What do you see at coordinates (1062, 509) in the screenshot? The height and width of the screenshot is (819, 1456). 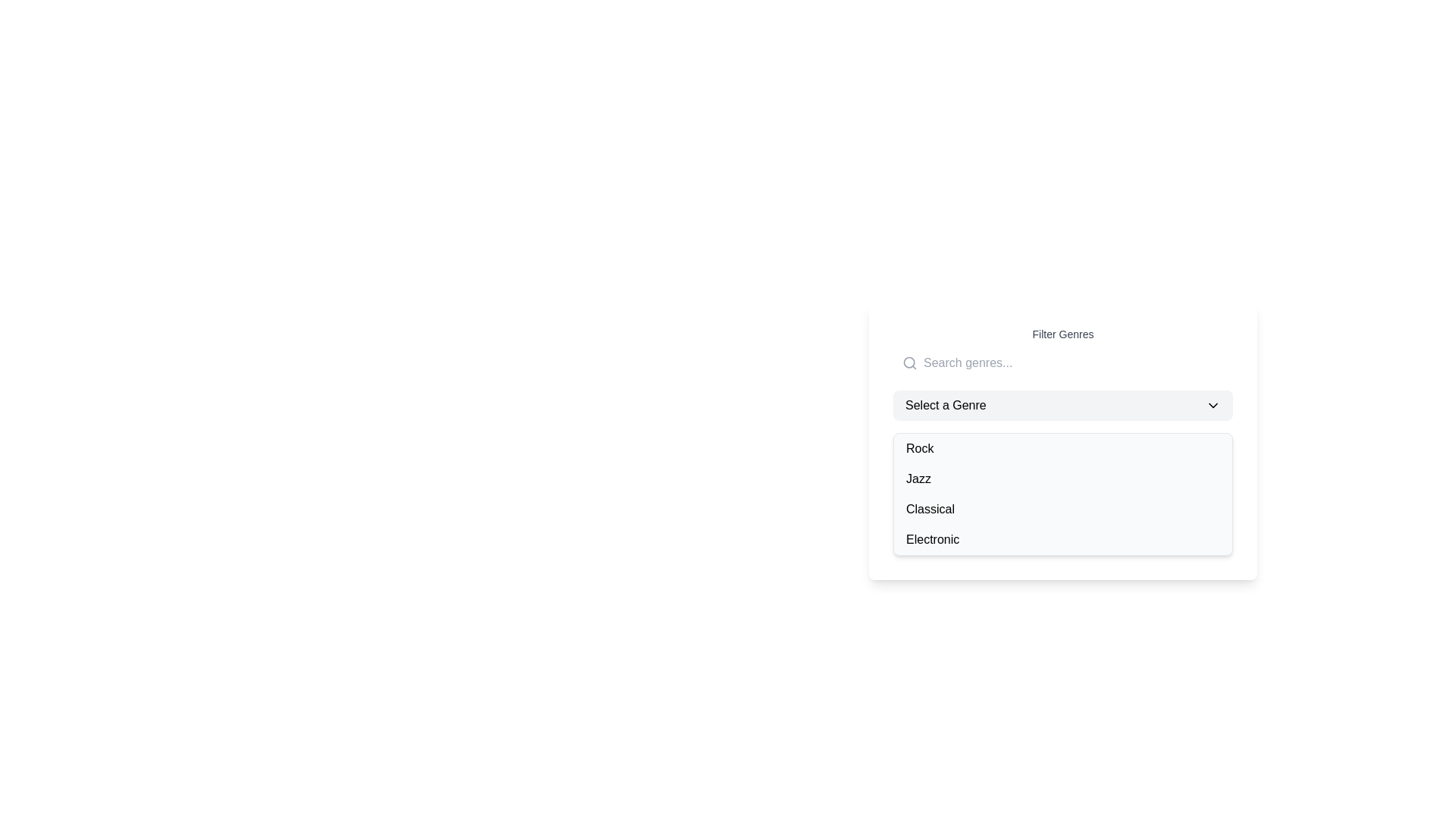 I see `the list item labeled 'Classical' in the dropdown menu` at bounding box center [1062, 509].